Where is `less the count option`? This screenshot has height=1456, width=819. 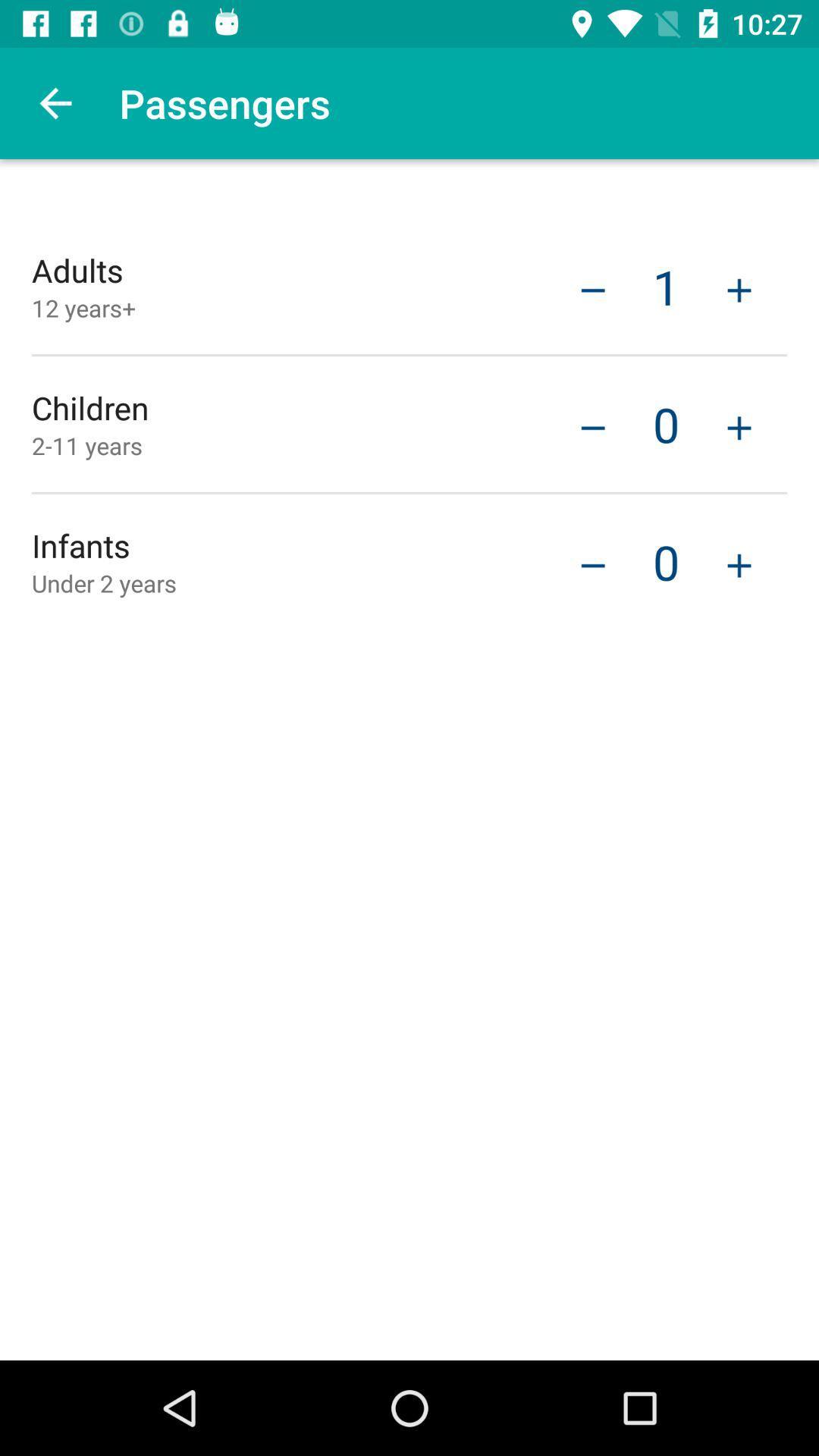 less the count option is located at coordinates (592, 563).